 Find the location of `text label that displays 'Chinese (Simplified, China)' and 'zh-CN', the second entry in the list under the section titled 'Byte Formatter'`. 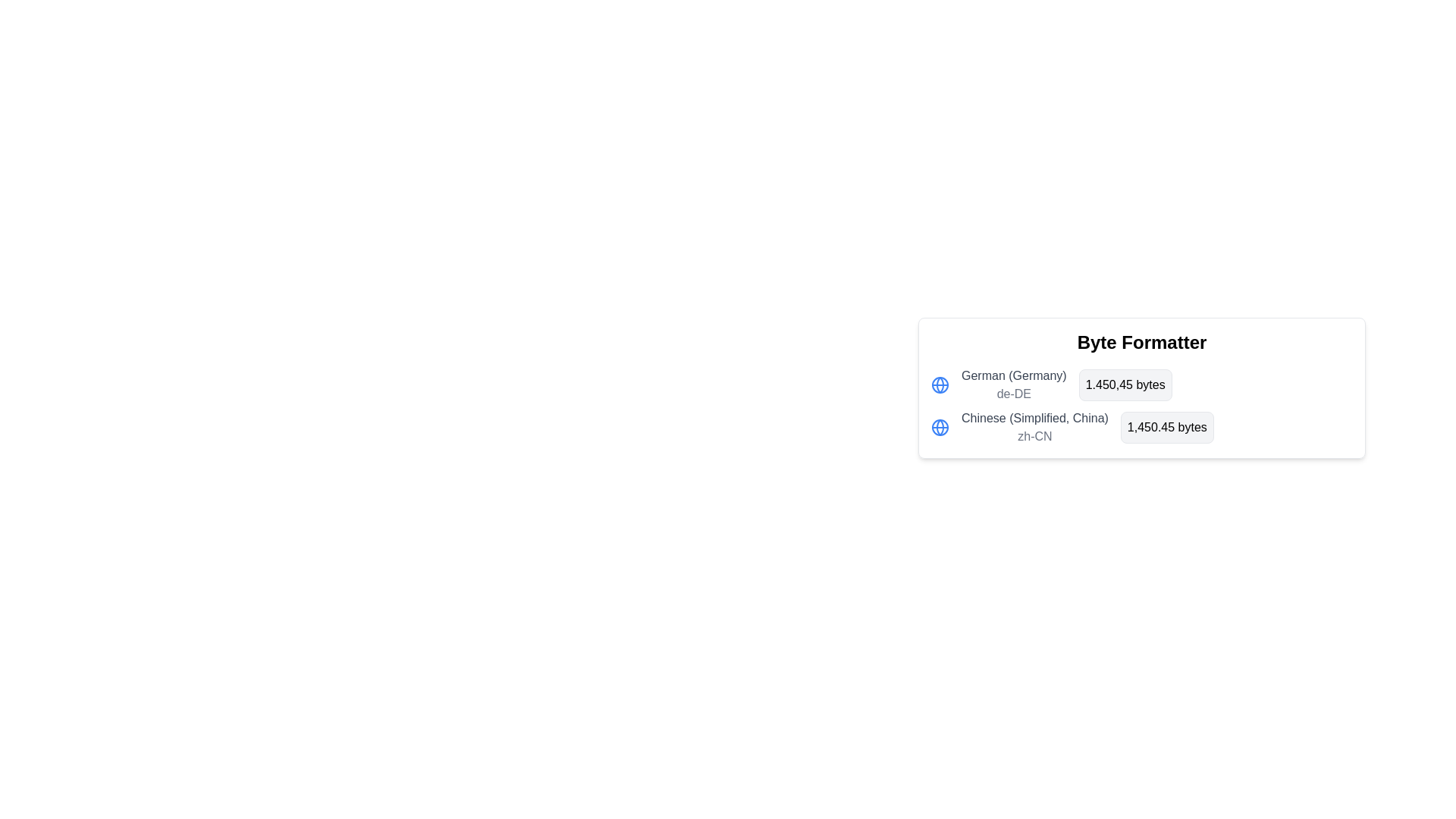

text label that displays 'Chinese (Simplified, China)' and 'zh-CN', the second entry in the list under the section titled 'Byte Formatter' is located at coordinates (1034, 427).